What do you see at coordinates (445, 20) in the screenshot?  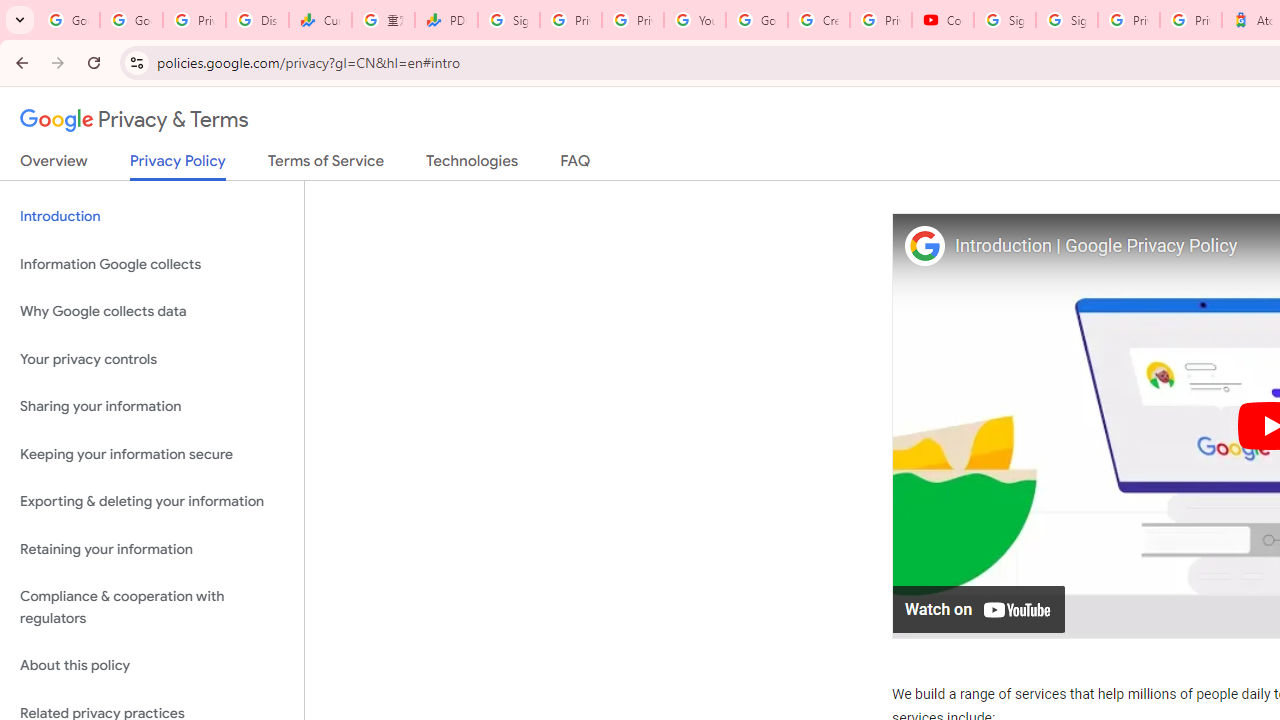 I see `'PDD Holdings Inc - ADR (PDD) Price & News - Google Finance'` at bounding box center [445, 20].